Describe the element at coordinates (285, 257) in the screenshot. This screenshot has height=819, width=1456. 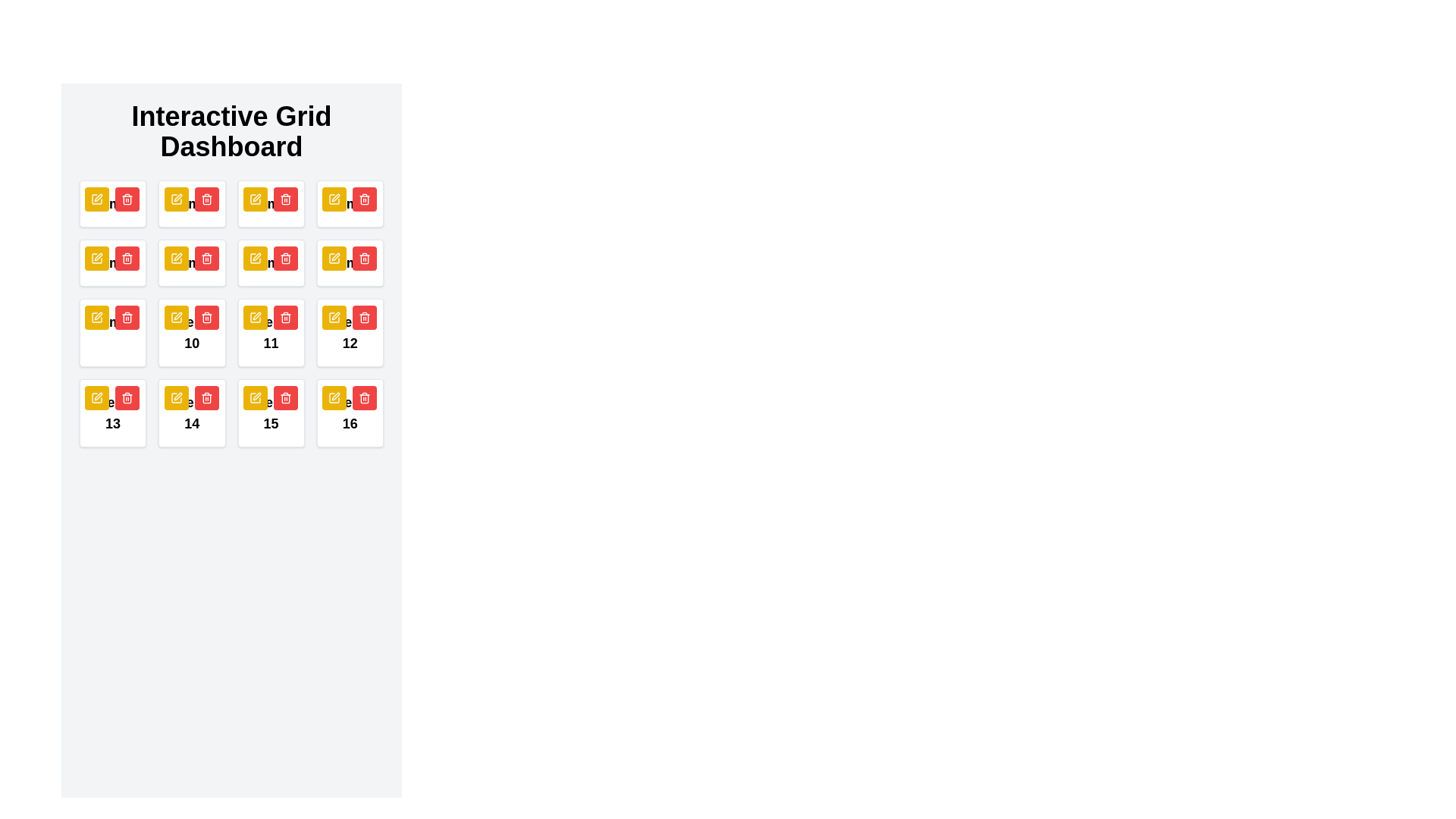
I see `the small, square-shaped red button with a trash can icon` at that location.